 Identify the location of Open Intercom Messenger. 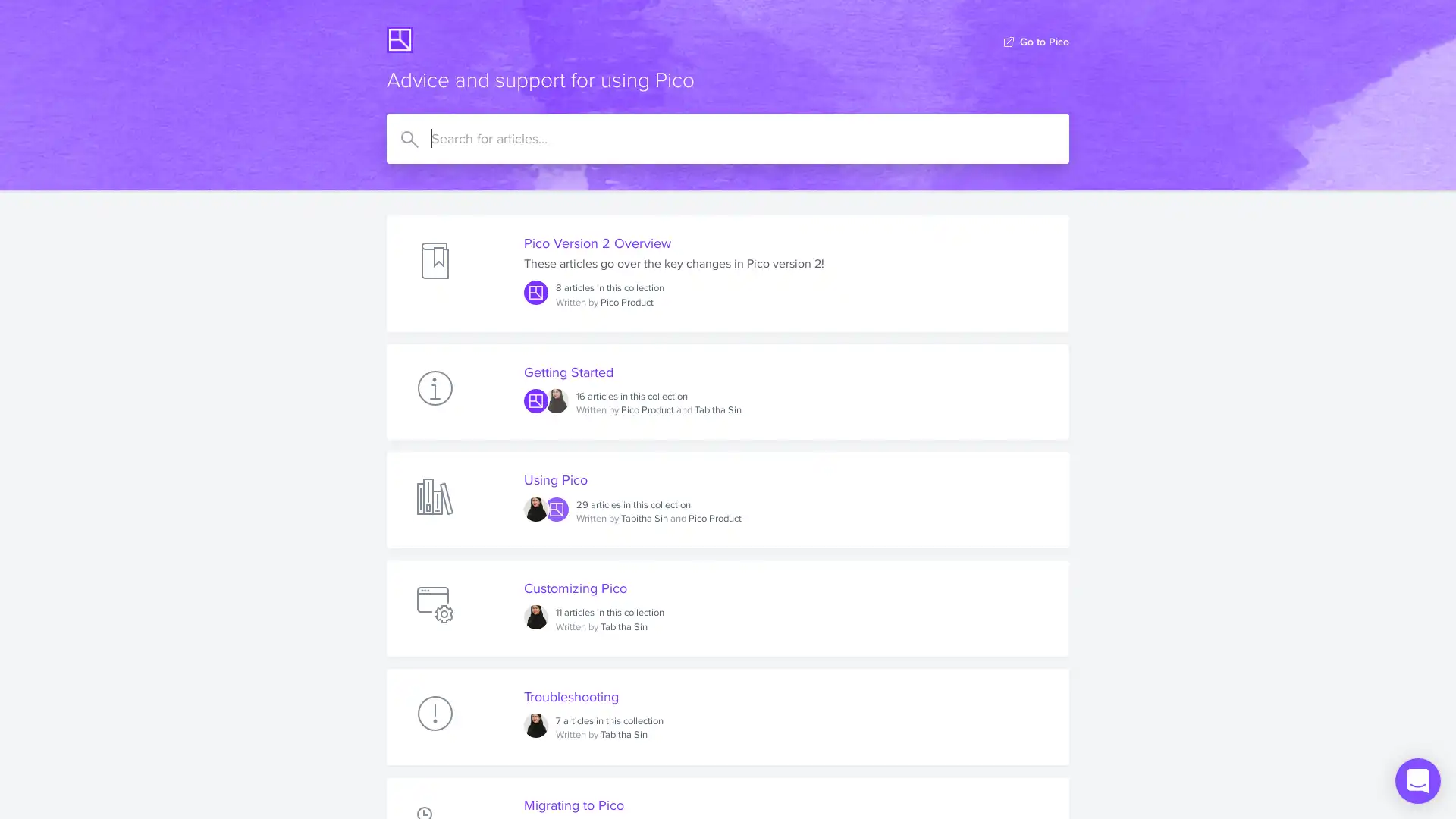
(1417, 780).